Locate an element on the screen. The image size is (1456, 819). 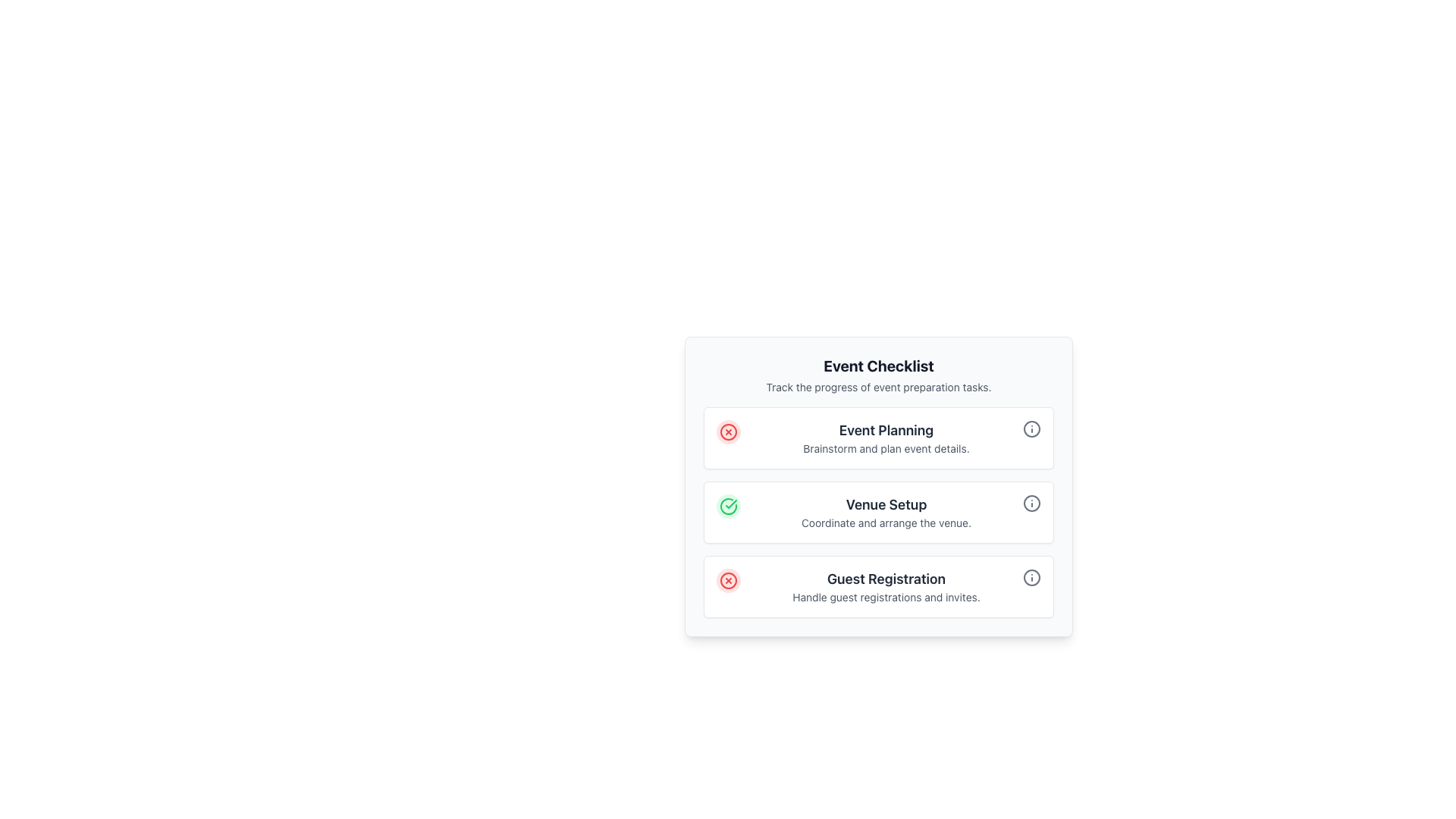
the informational button located in the 'Event Planning' section of the event checklist interface is located at coordinates (1031, 429).